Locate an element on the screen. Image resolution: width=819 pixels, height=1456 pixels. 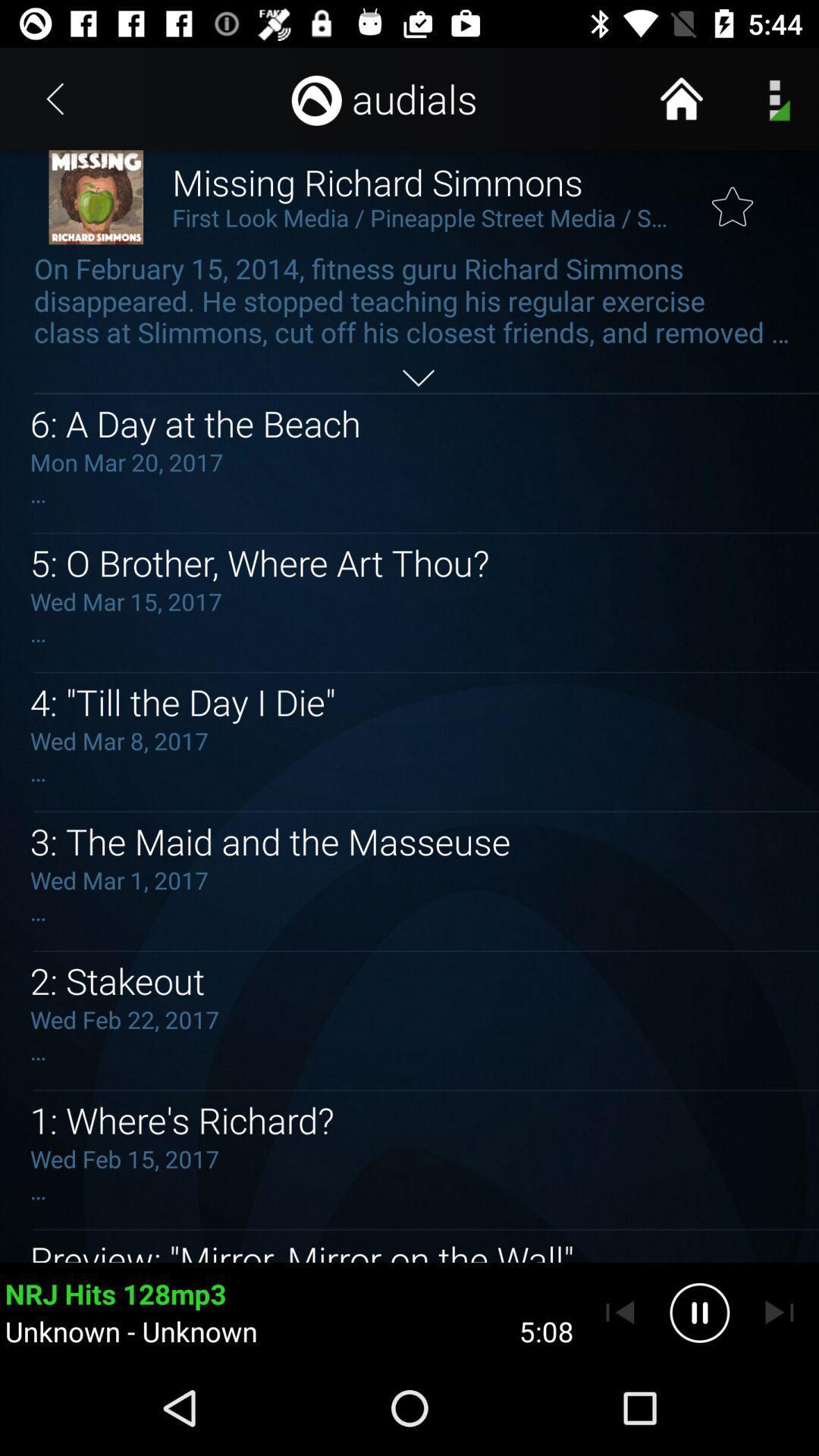
the icon left to the audials is located at coordinates (315, 98).